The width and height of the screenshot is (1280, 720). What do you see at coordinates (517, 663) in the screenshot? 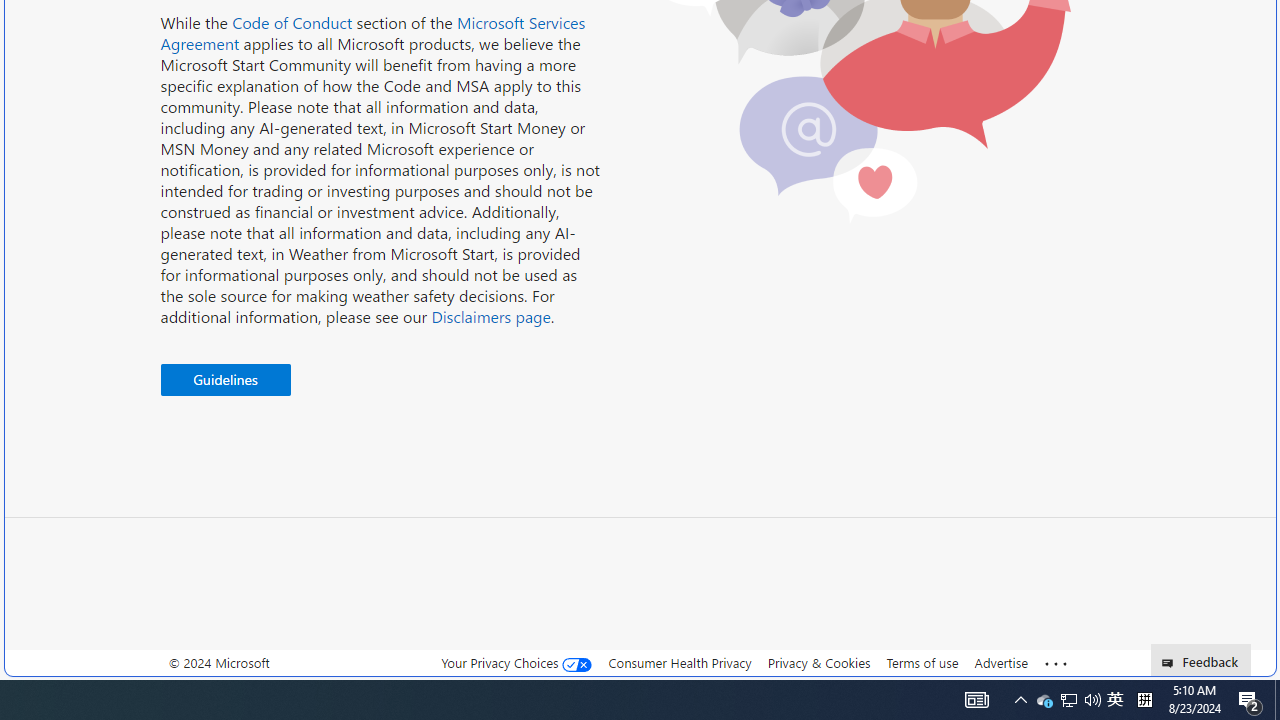
I see `'Your Privacy Choices'` at bounding box center [517, 663].